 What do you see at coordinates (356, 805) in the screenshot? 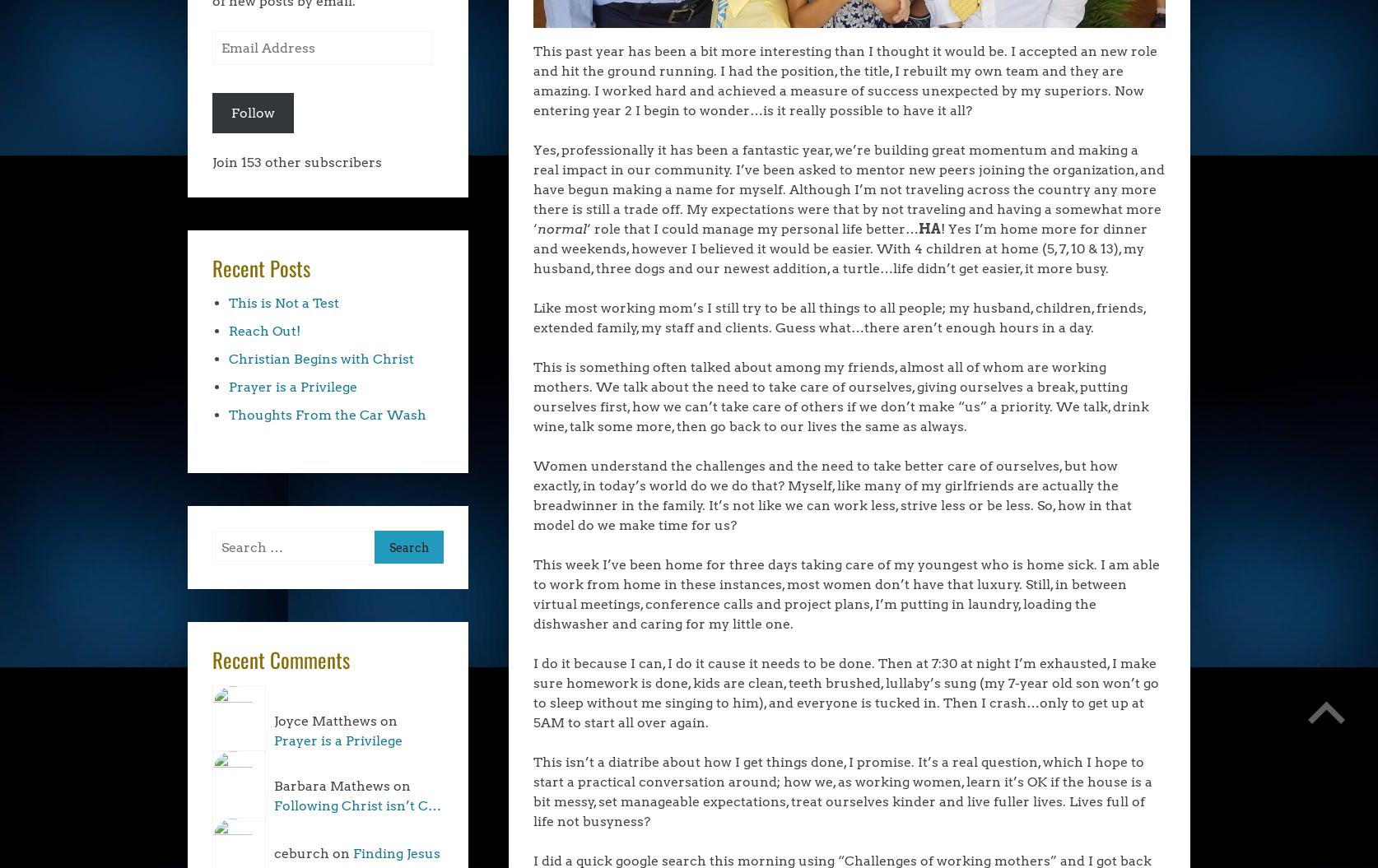
I see `'Following Christ isn’t C…'` at bounding box center [356, 805].